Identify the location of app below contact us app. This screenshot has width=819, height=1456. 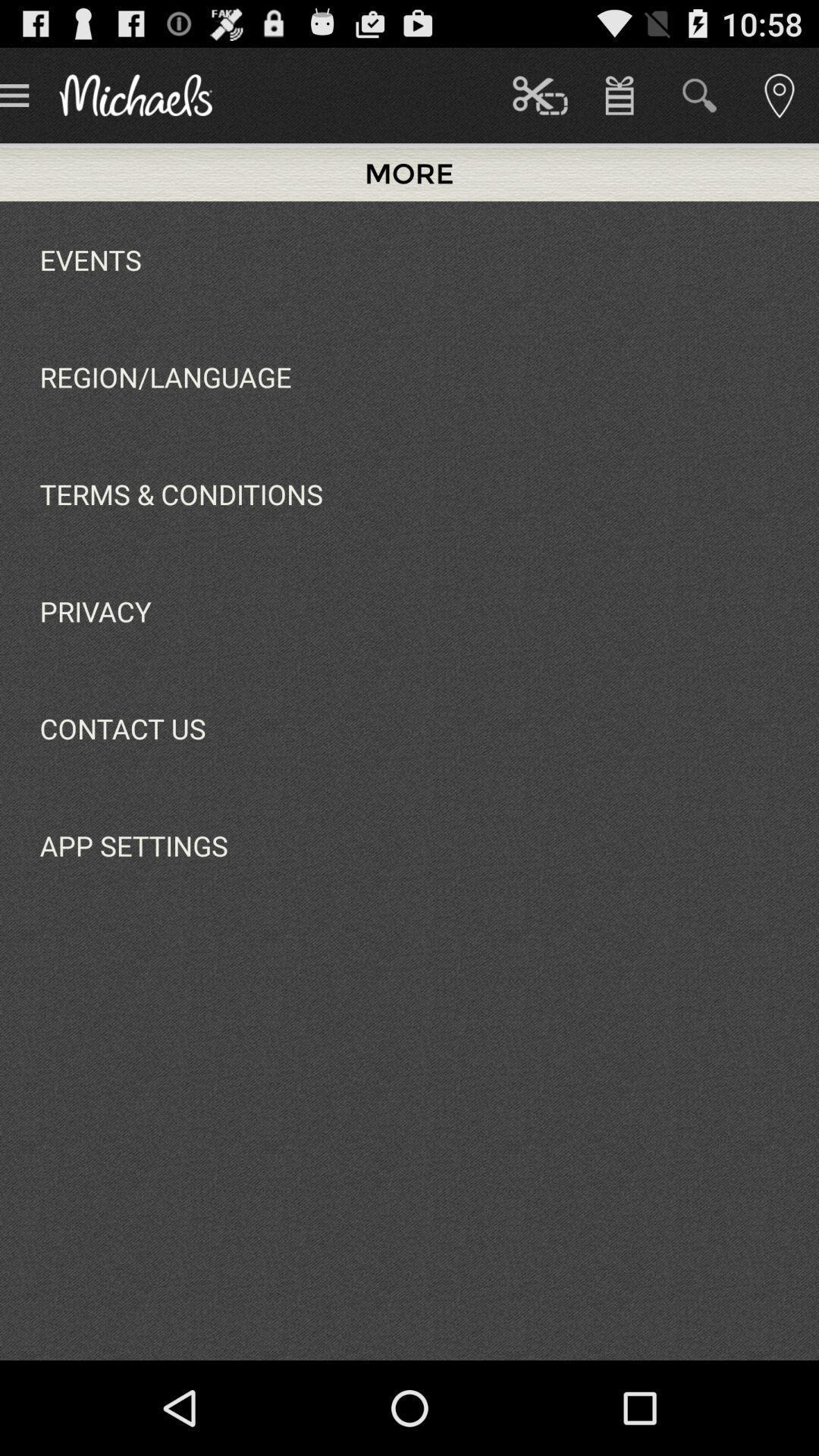
(133, 845).